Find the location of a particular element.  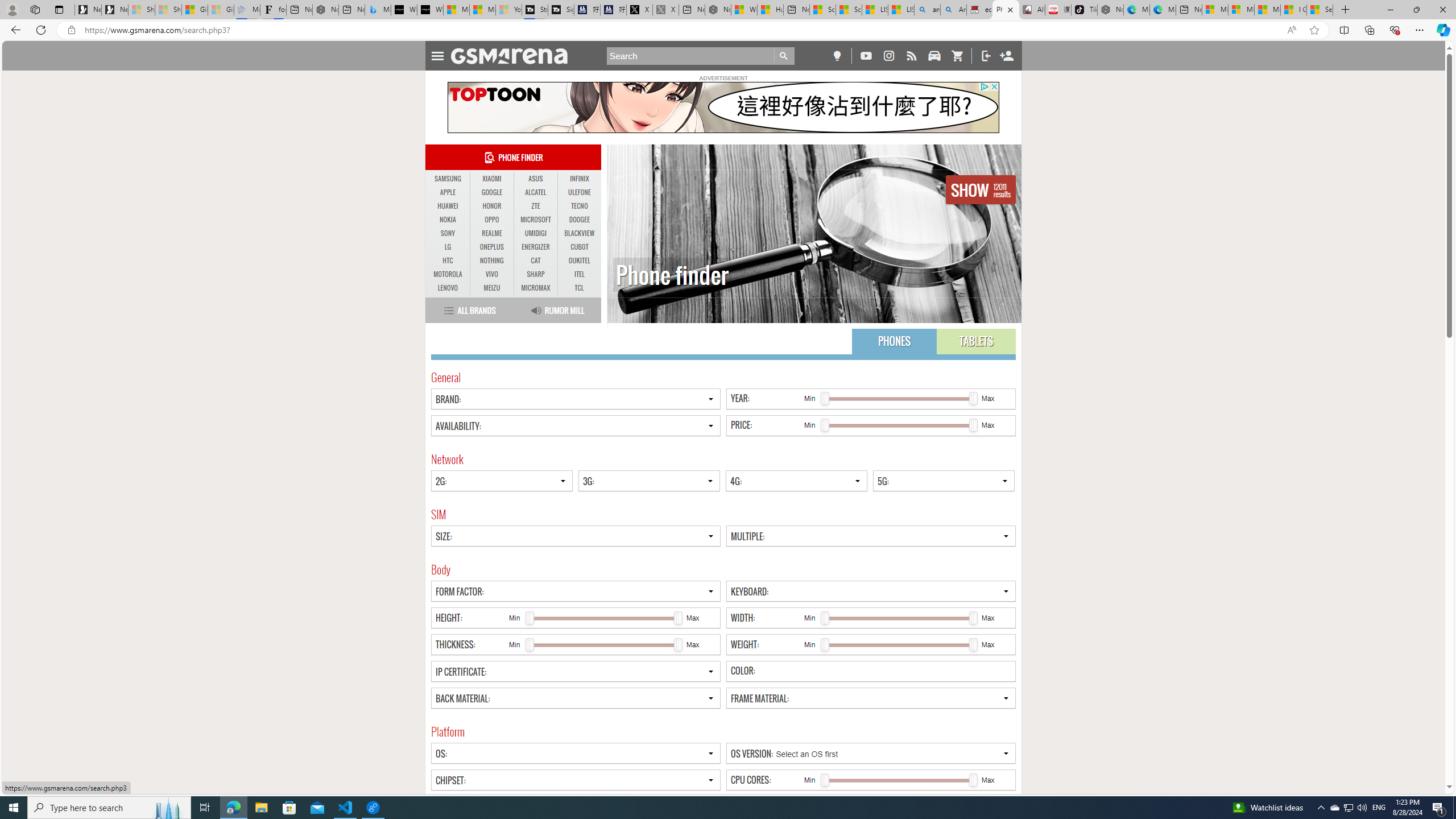

'Amazon Echo Dot PNG - Search Images' is located at coordinates (953, 9).